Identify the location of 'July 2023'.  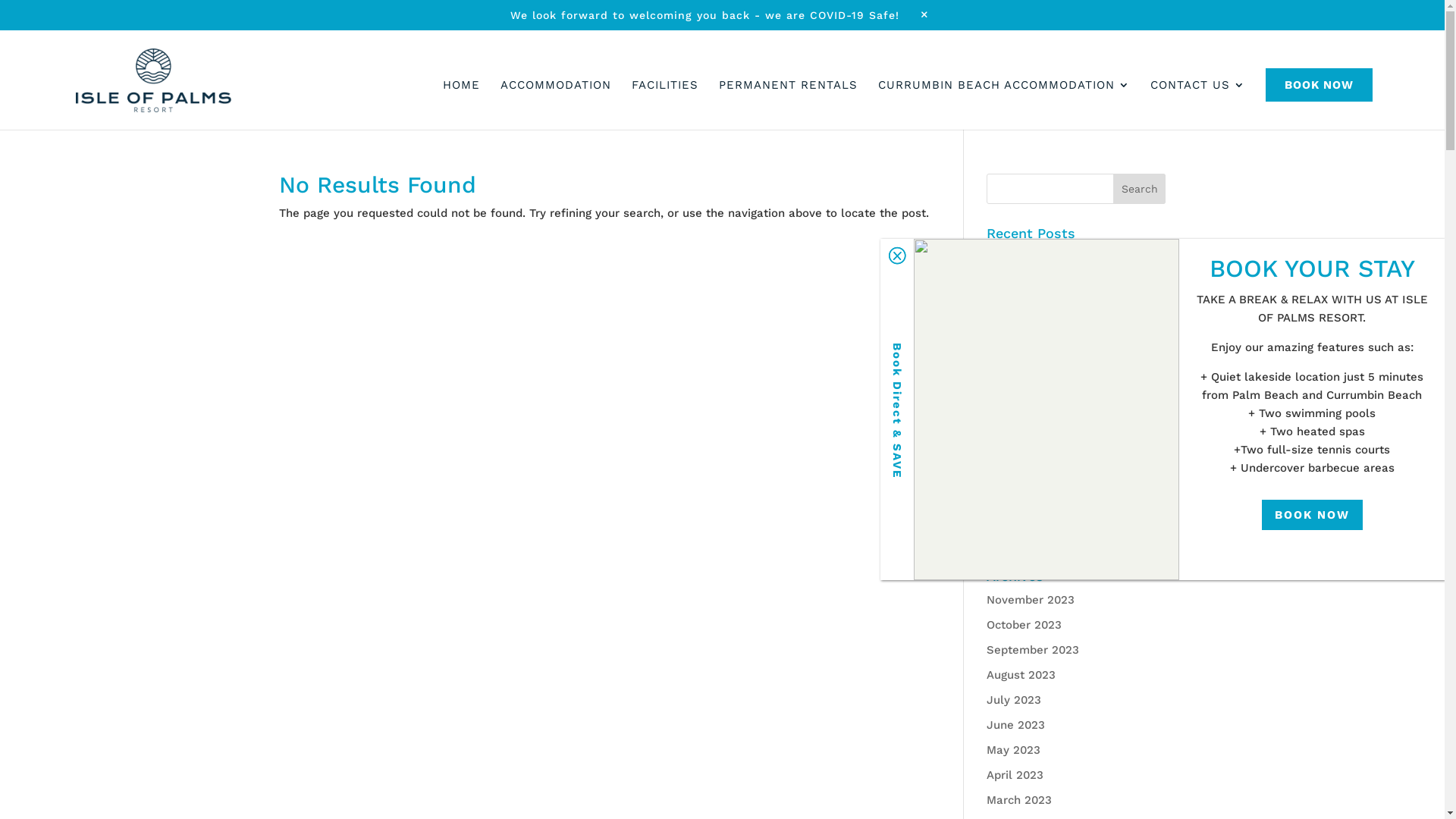
(986, 699).